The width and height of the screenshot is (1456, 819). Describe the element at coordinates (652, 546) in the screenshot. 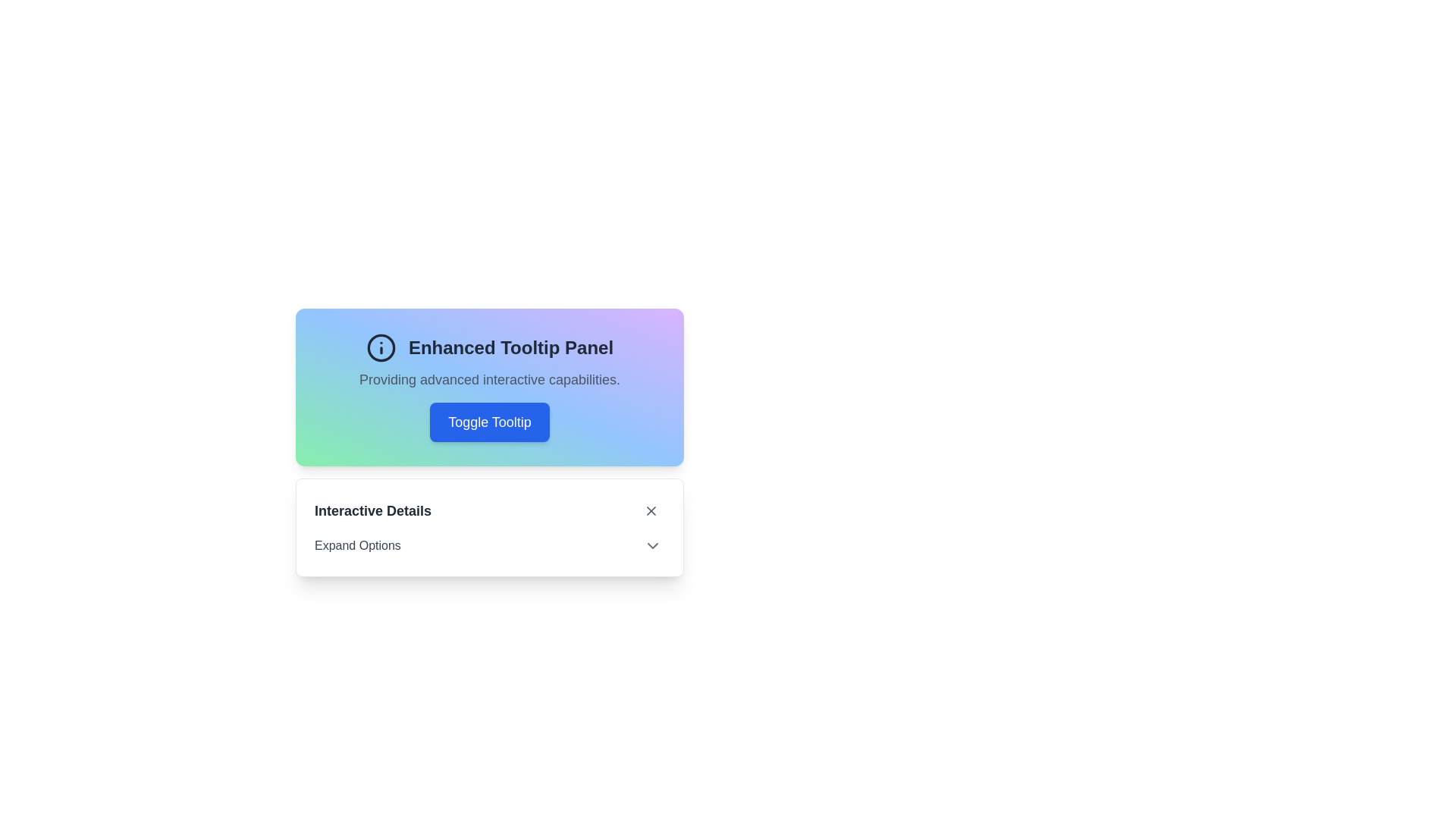

I see `the small gray downward chevron icon located in the bottom-right corner of the 'Interactive Details' section` at that location.